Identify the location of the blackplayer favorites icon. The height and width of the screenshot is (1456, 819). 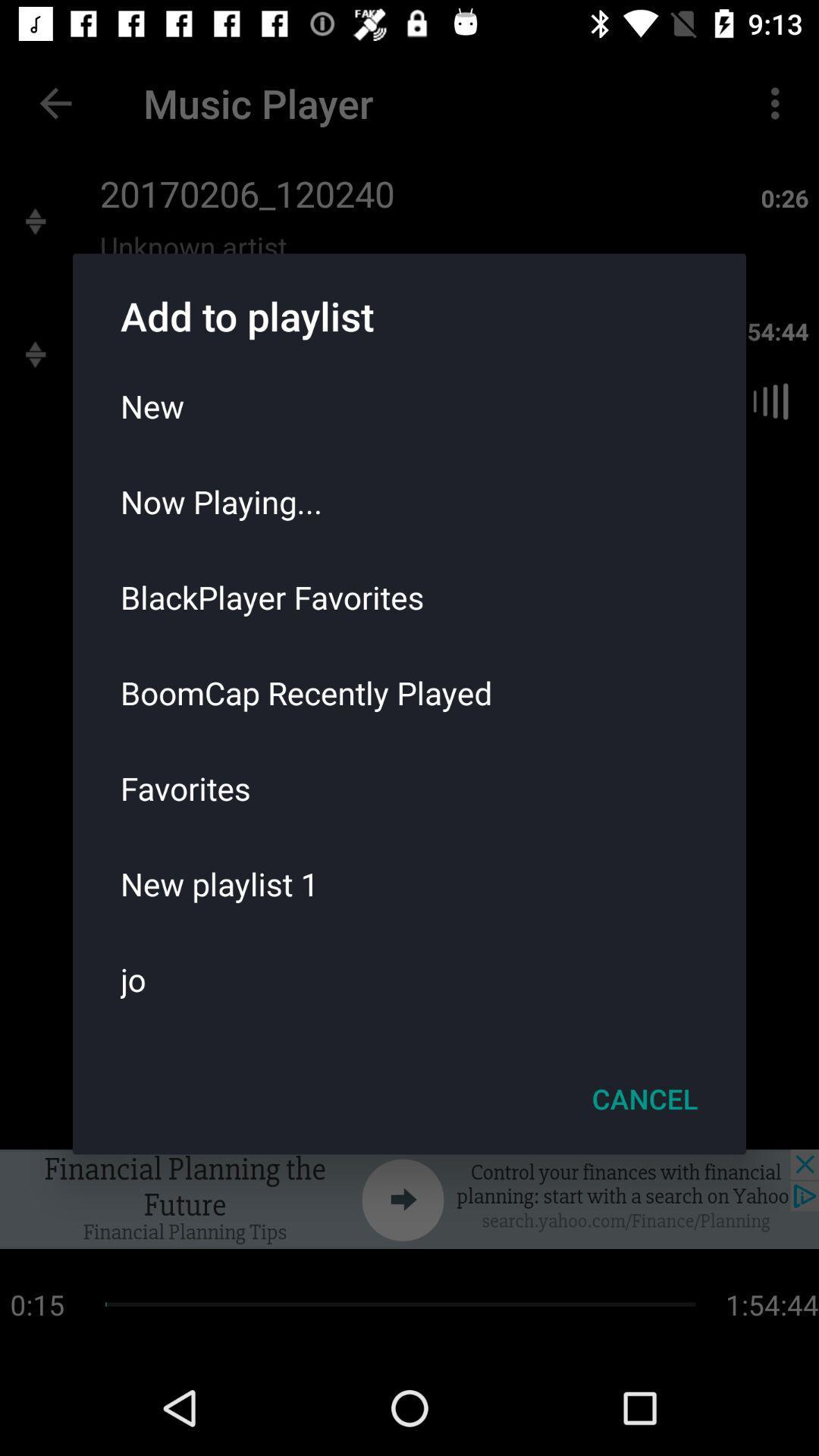
(409, 596).